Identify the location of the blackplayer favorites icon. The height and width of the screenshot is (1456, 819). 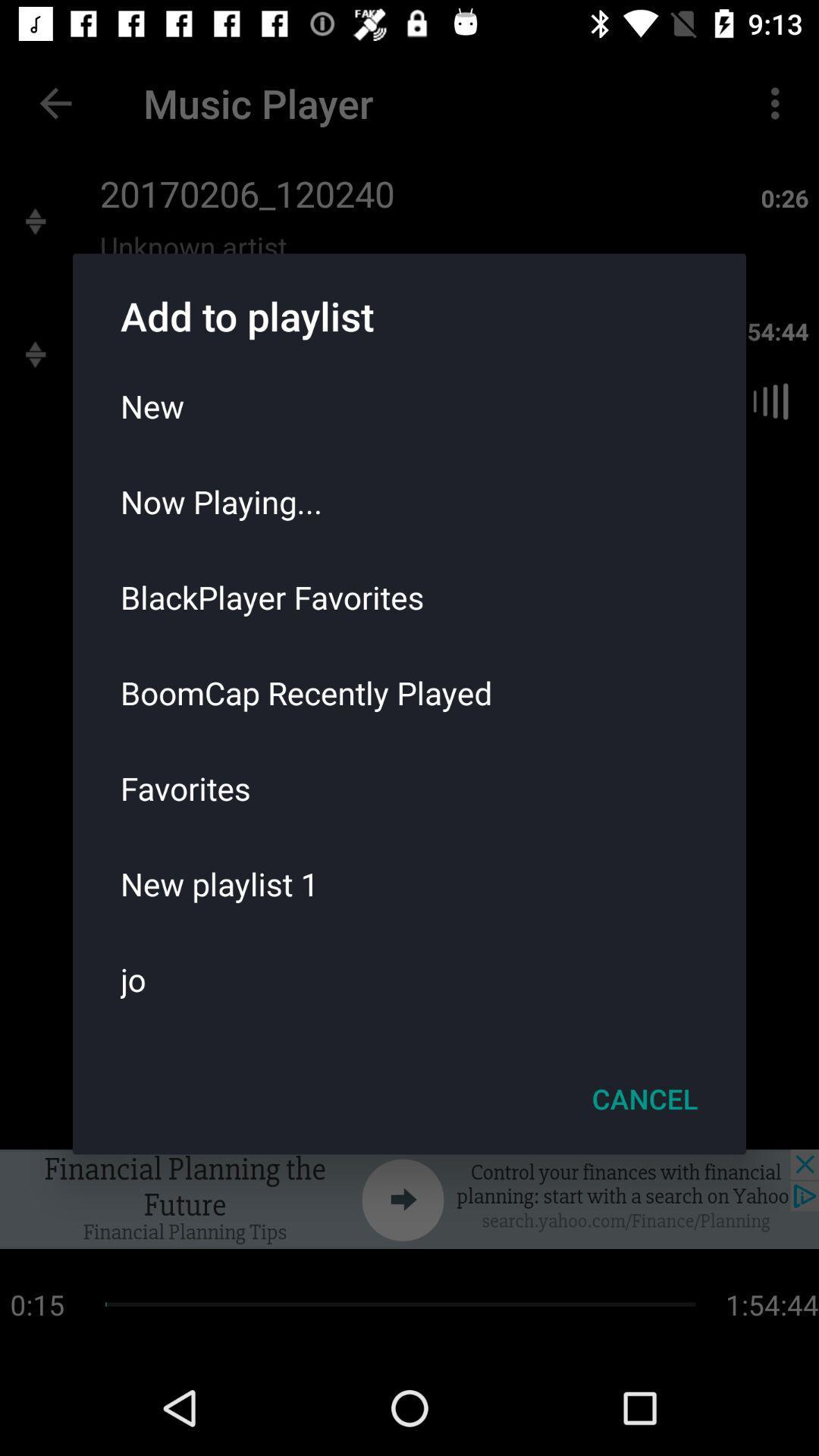
(409, 596).